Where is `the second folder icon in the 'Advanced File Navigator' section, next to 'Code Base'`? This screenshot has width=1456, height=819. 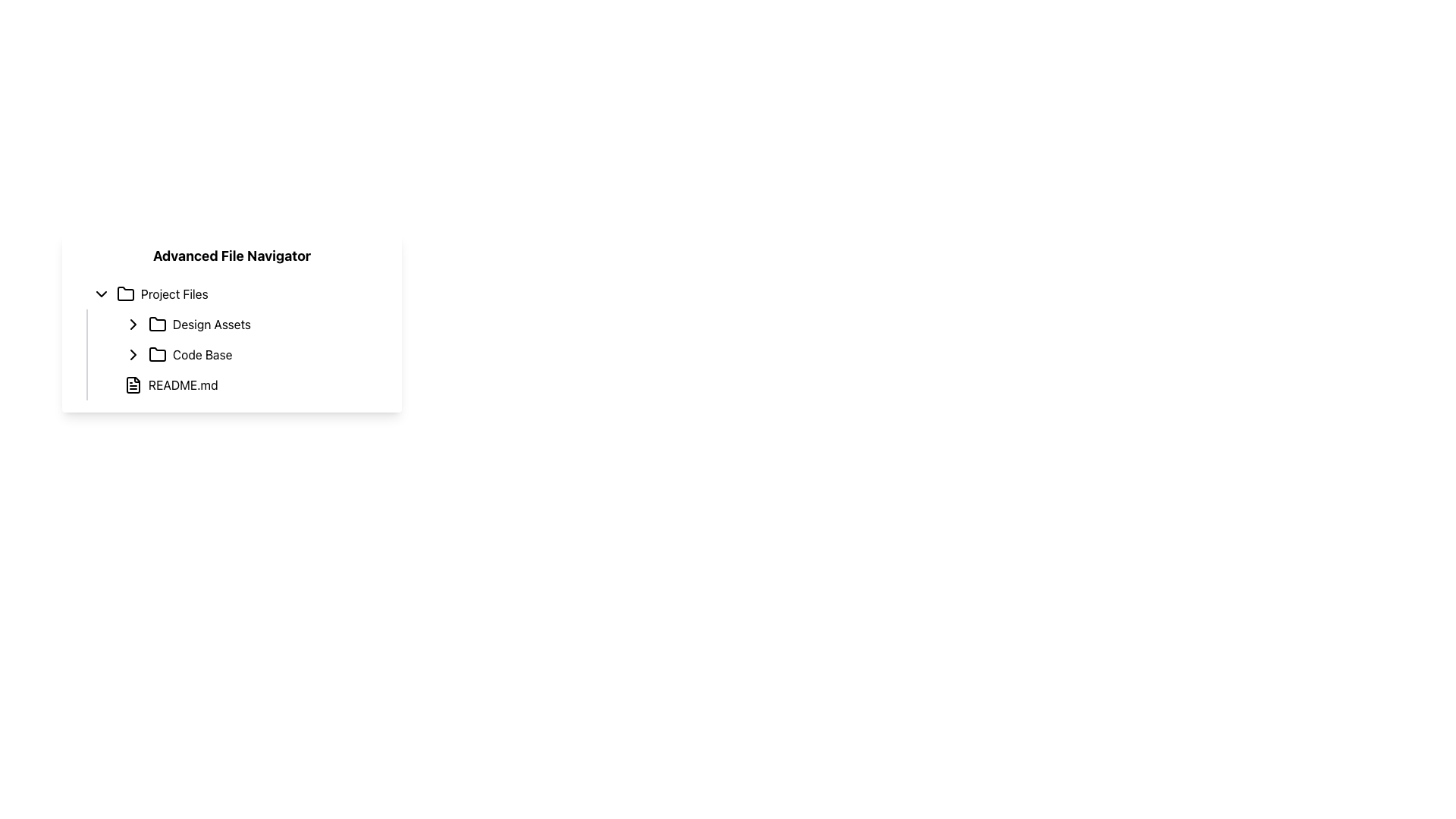
the second folder icon in the 'Advanced File Navigator' section, next to 'Code Base' is located at coordinates (157, 353).